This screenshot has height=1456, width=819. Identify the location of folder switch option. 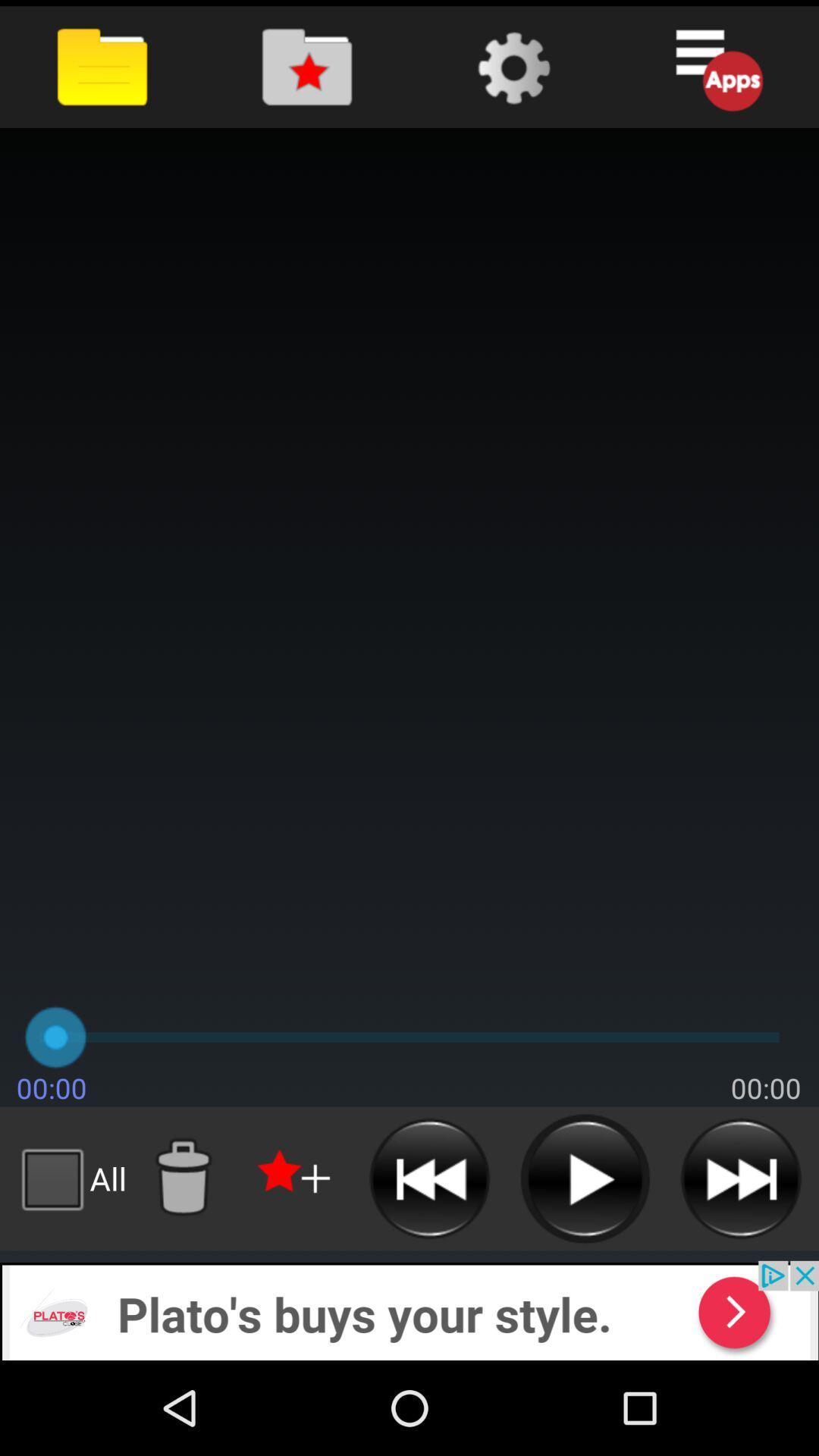
(307, 66).